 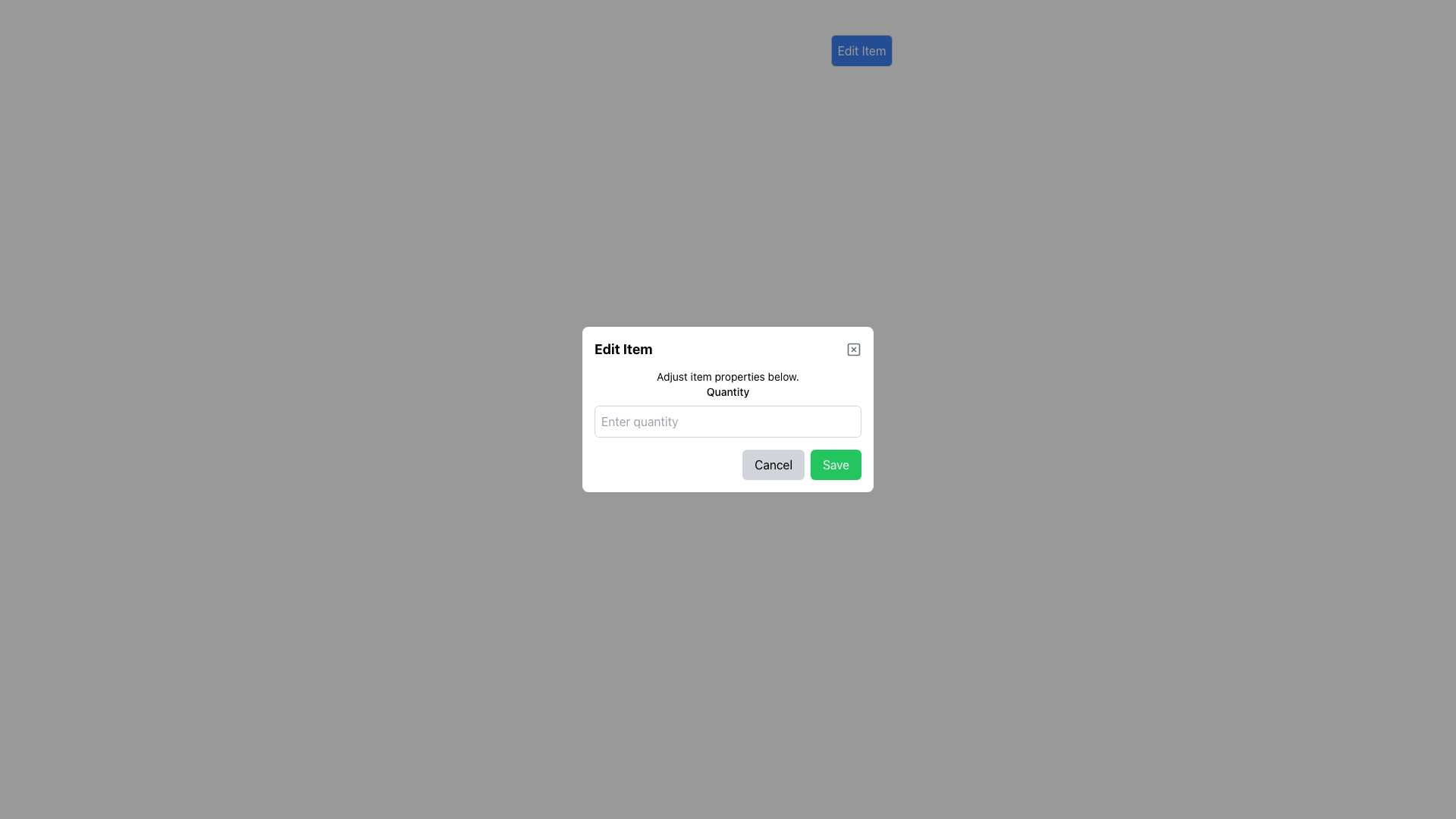 I want to click on the 'Edit Item' static text label, which is styled in bold font and located at the top-left corner of a modal window, so click(x=623, y=350).